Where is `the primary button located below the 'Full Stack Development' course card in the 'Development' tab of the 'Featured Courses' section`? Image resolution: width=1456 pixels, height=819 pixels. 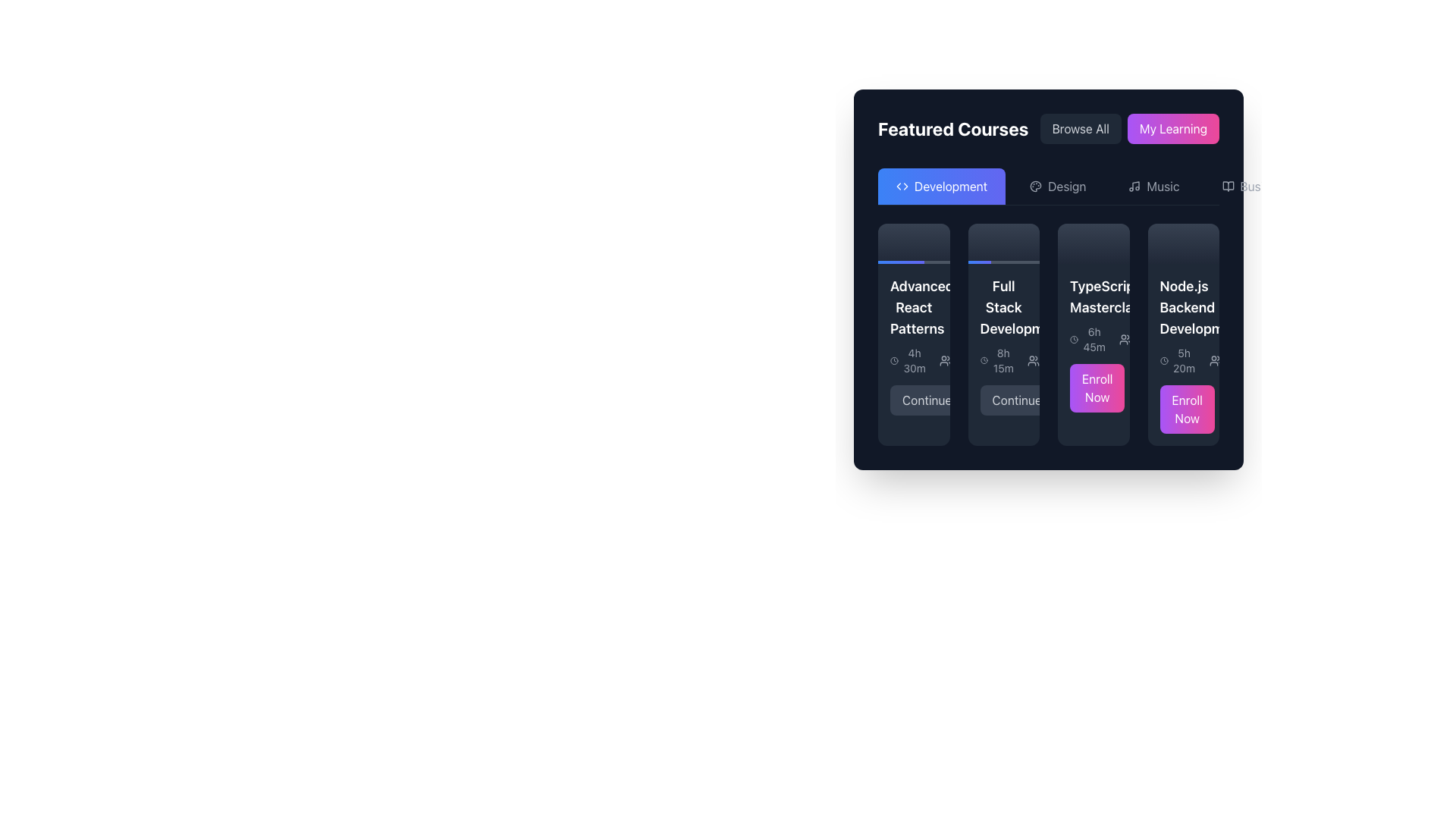 the primary button located below the 'Full Stack Development' course card in the 'Development' tab of the 'Featured Courses' section is located at coordinates (1017, 400).